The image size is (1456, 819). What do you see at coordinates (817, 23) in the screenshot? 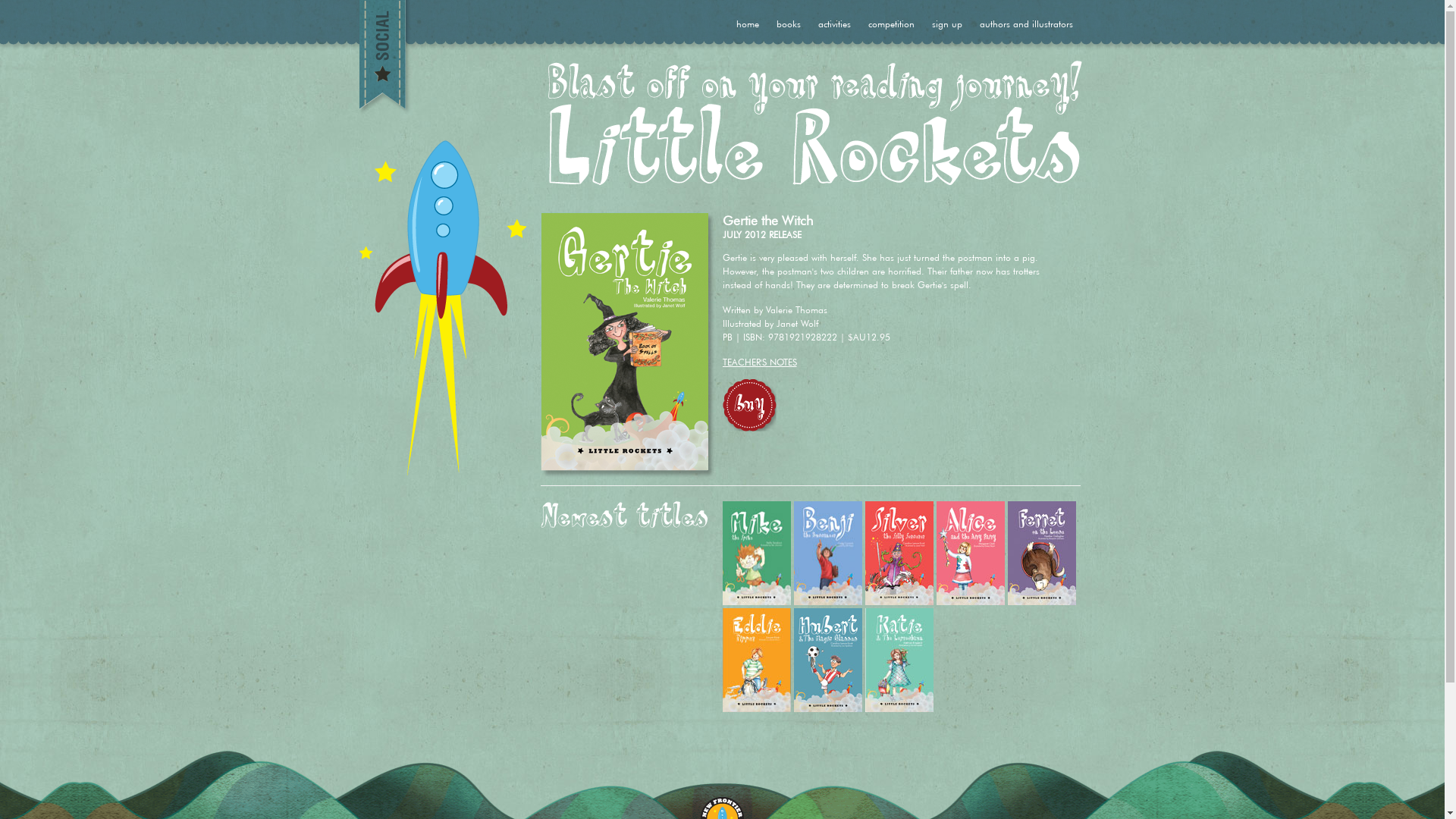
I see `'activities'` at bounding box center [817, 23].